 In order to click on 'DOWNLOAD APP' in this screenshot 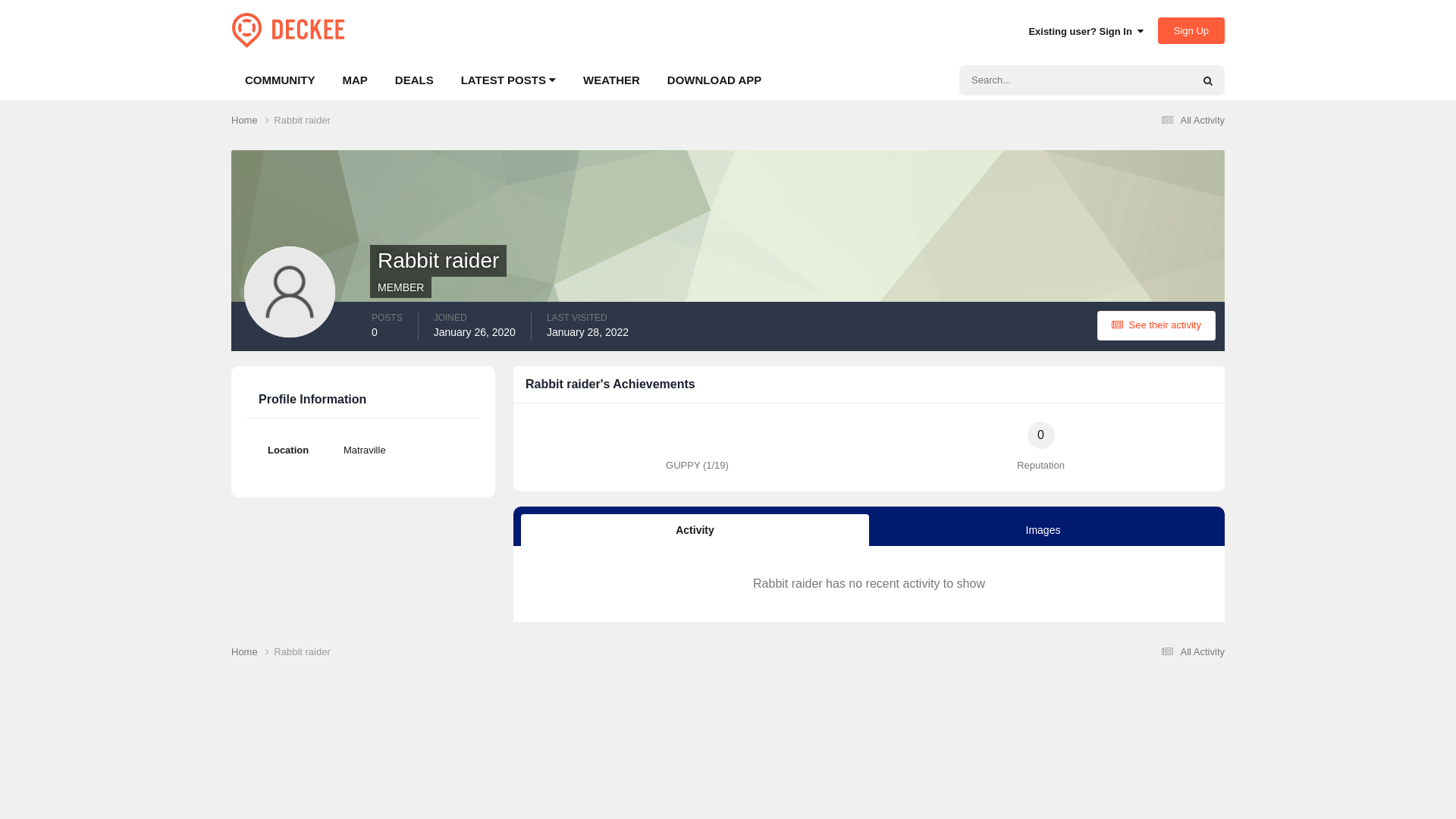, I will do `click(654, 80)`.